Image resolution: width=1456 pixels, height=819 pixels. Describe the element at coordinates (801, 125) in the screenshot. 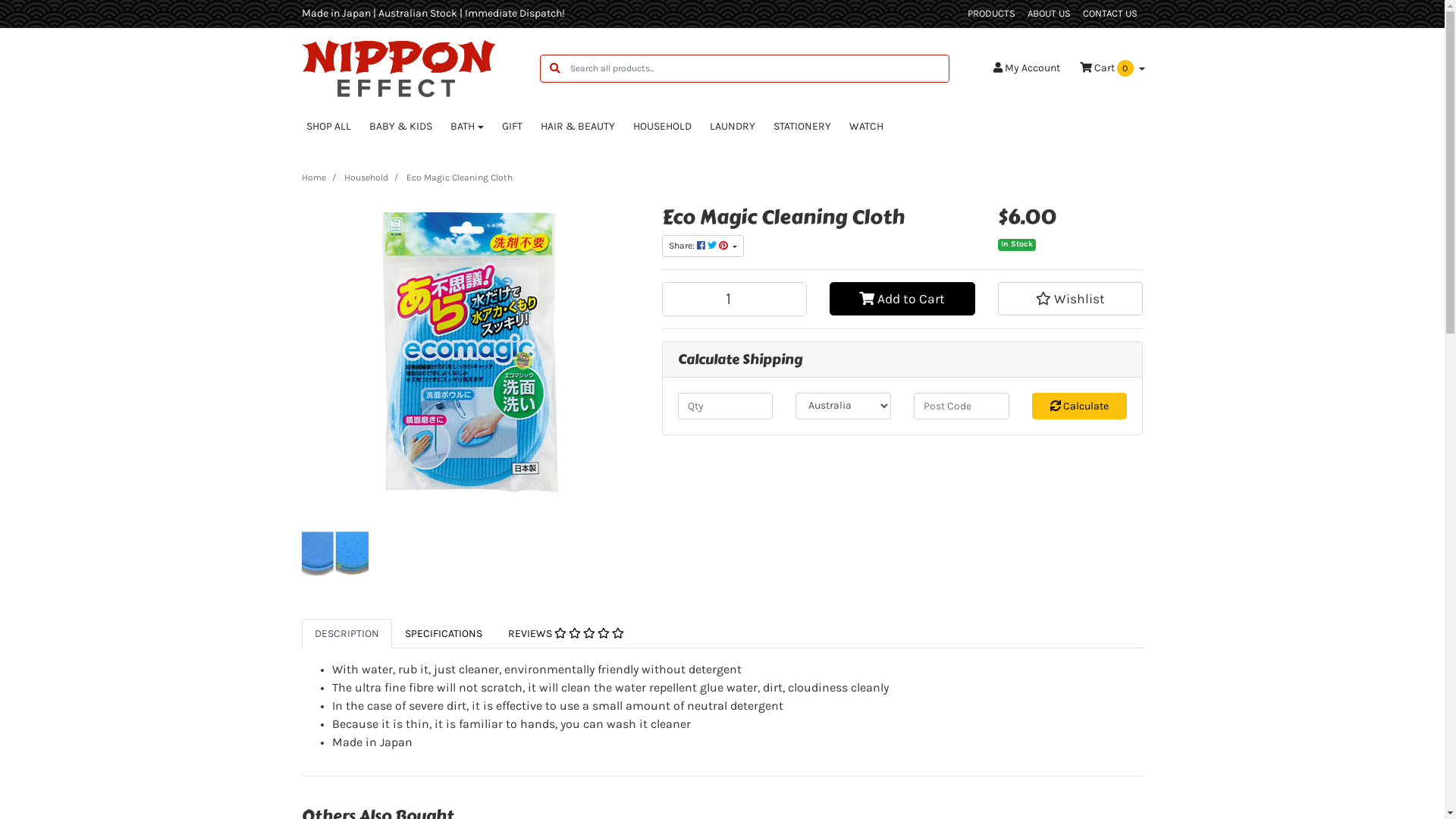

I see `'STATIONERY'` at that location.